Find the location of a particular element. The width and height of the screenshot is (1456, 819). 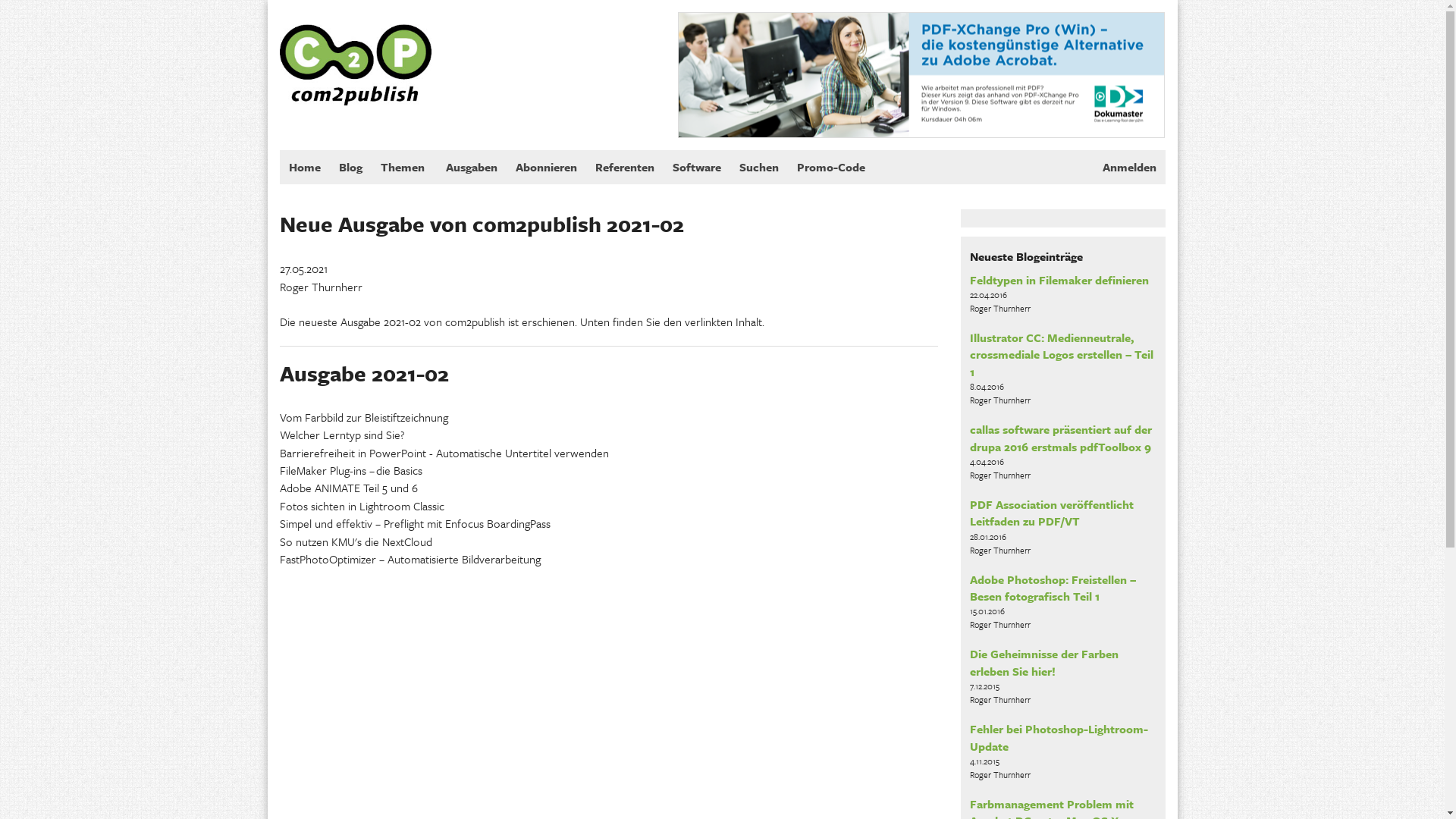

'Welcher Lerntyp sind Sie?' is located at coordinates (340, 435).